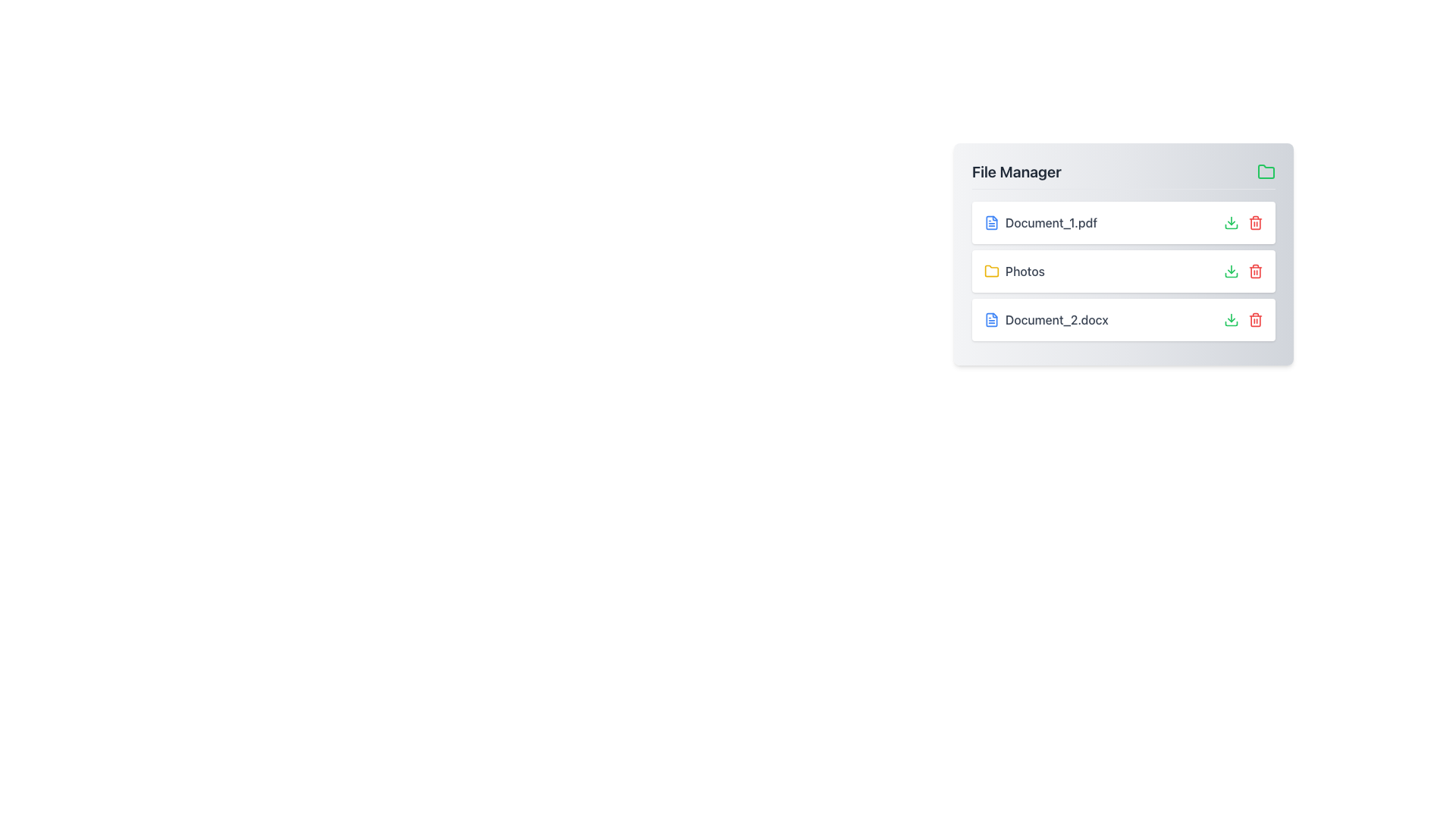  Describe the element at coordinates (1056, 318) in the screenshot. I see `the text label displaying 'Document_2.docx'` at that location.